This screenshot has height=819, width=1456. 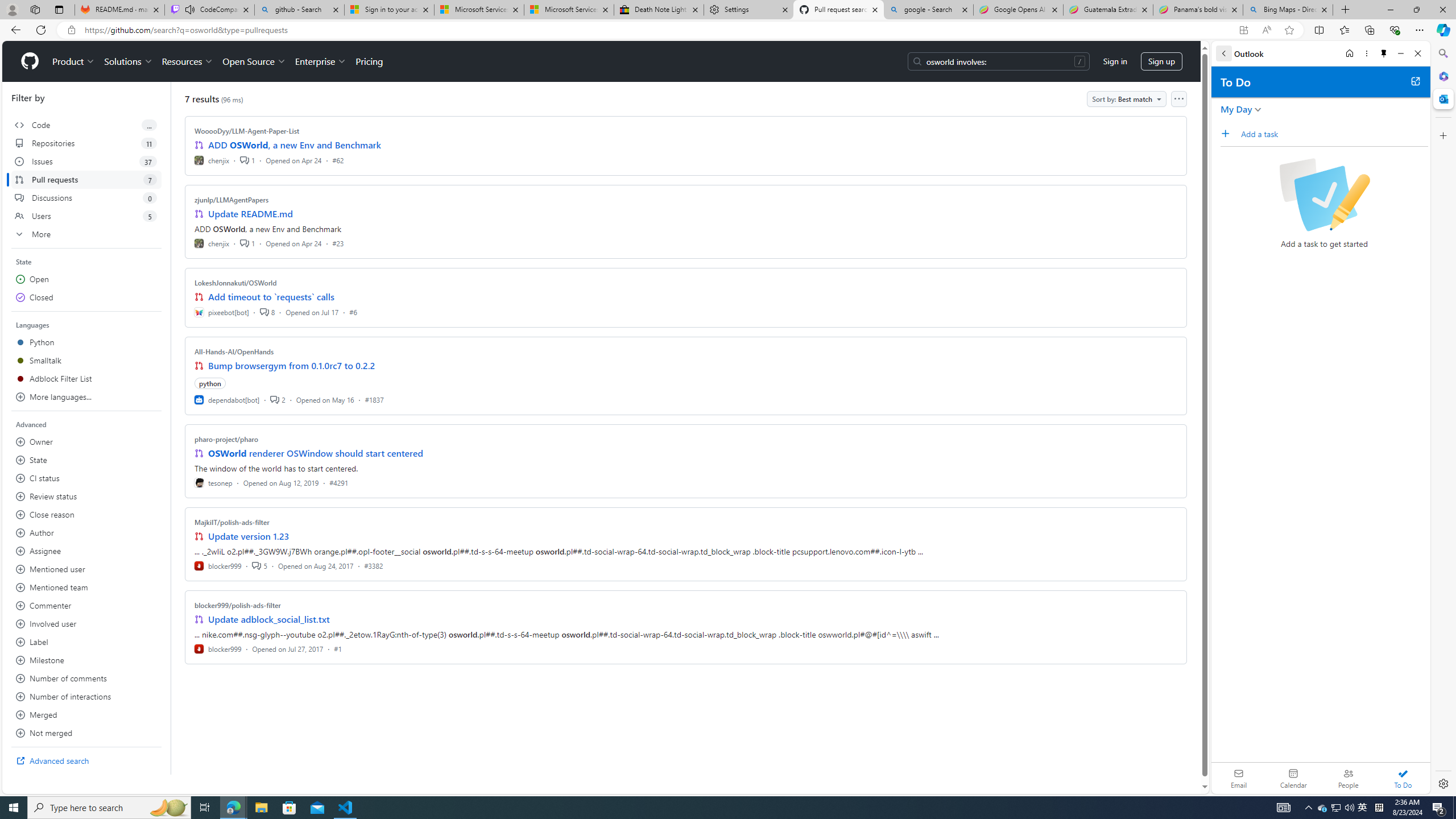 What do you see at coordinates (337, 159) in the screenshot?
I see `'#62'` at bounding box center [337, 159].